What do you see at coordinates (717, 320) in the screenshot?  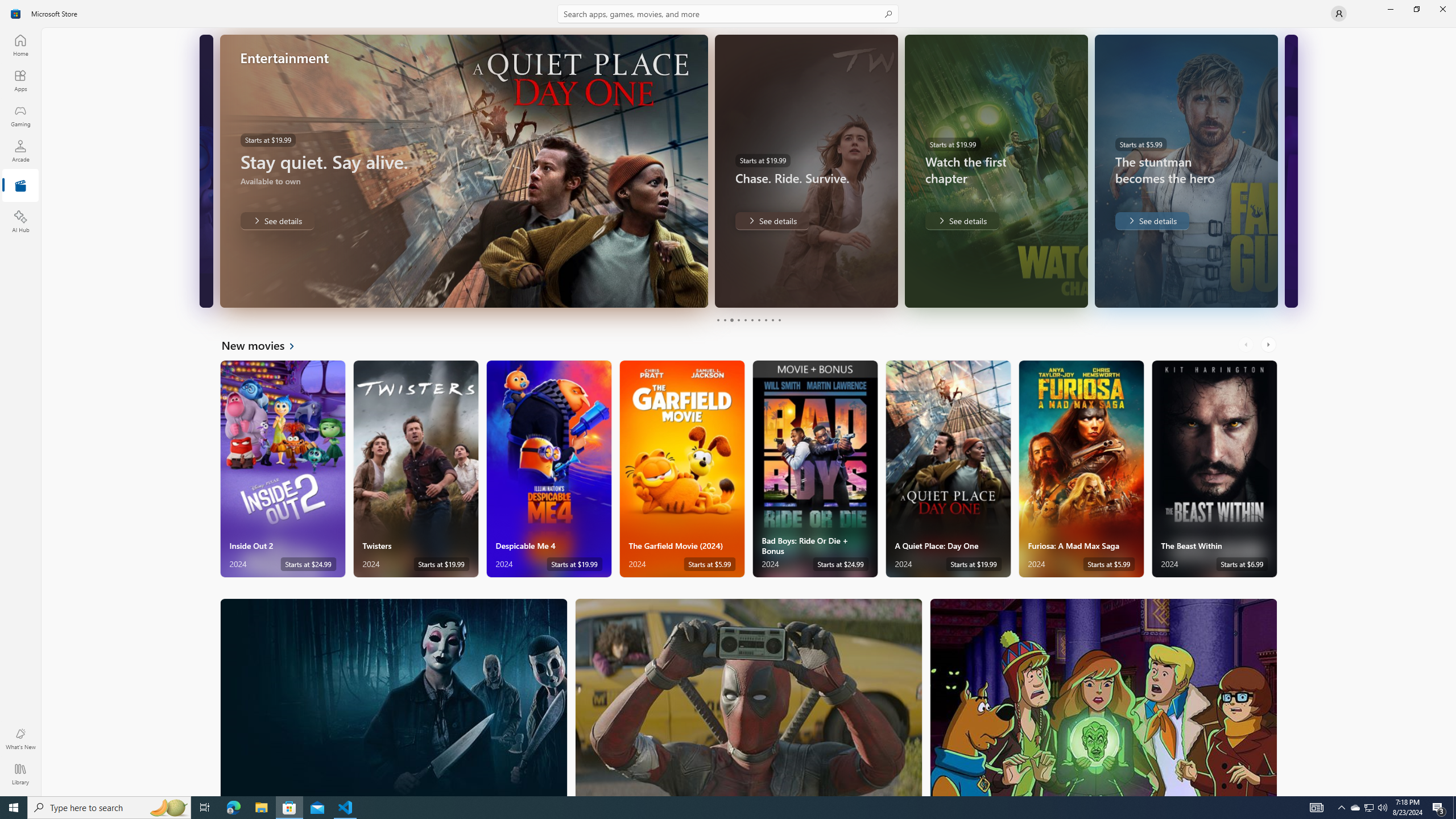 I see `'Page 1'` at bounding box center [717, 320].